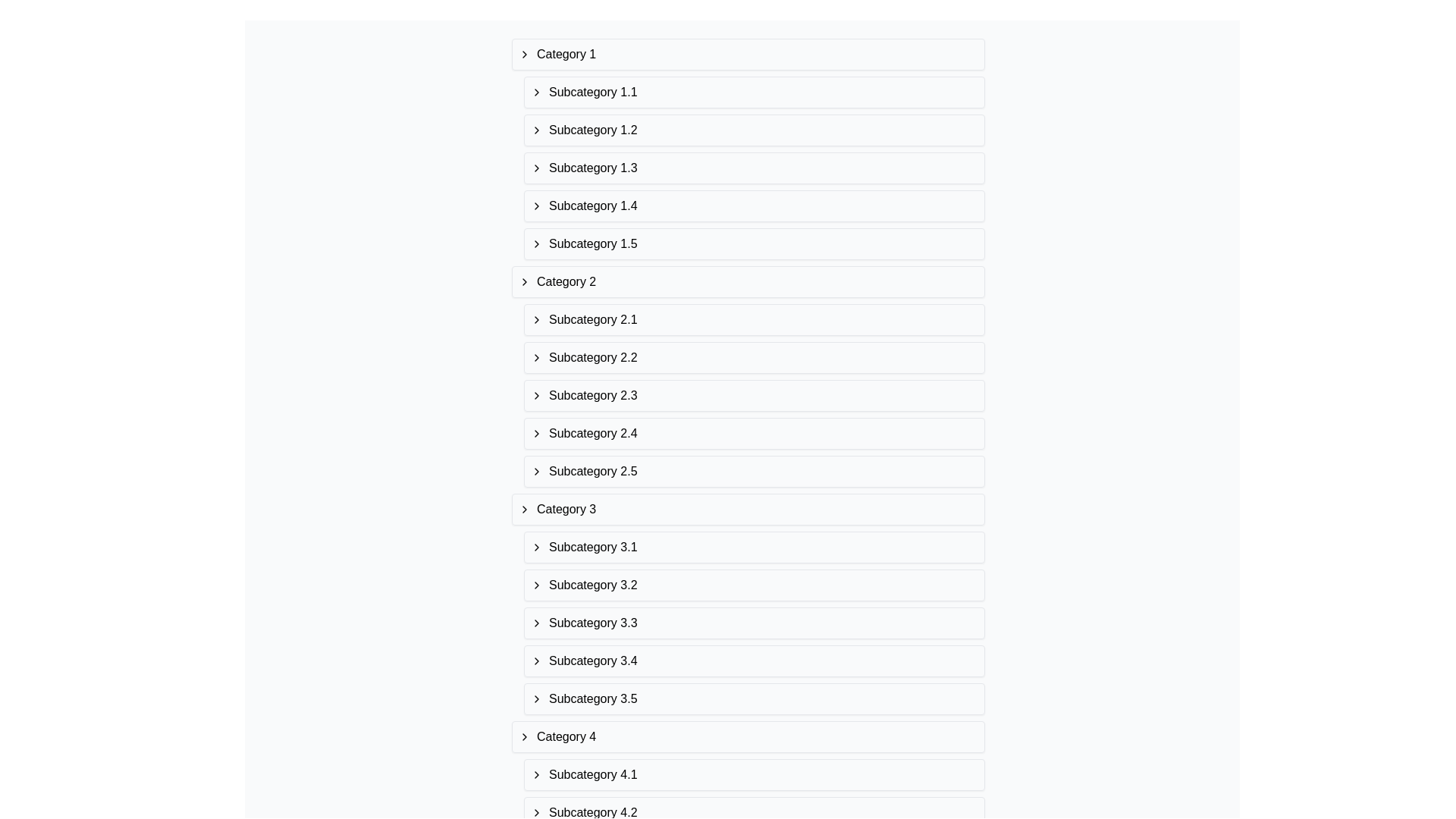 The height and width of the screenshot is (819, 1456). Describe the element at coordinates (537, 394) in the screenshot. I see `the right-pointing chevron icon next to the text 'Subcategory 2.3' through keyboard navigation` at that location.